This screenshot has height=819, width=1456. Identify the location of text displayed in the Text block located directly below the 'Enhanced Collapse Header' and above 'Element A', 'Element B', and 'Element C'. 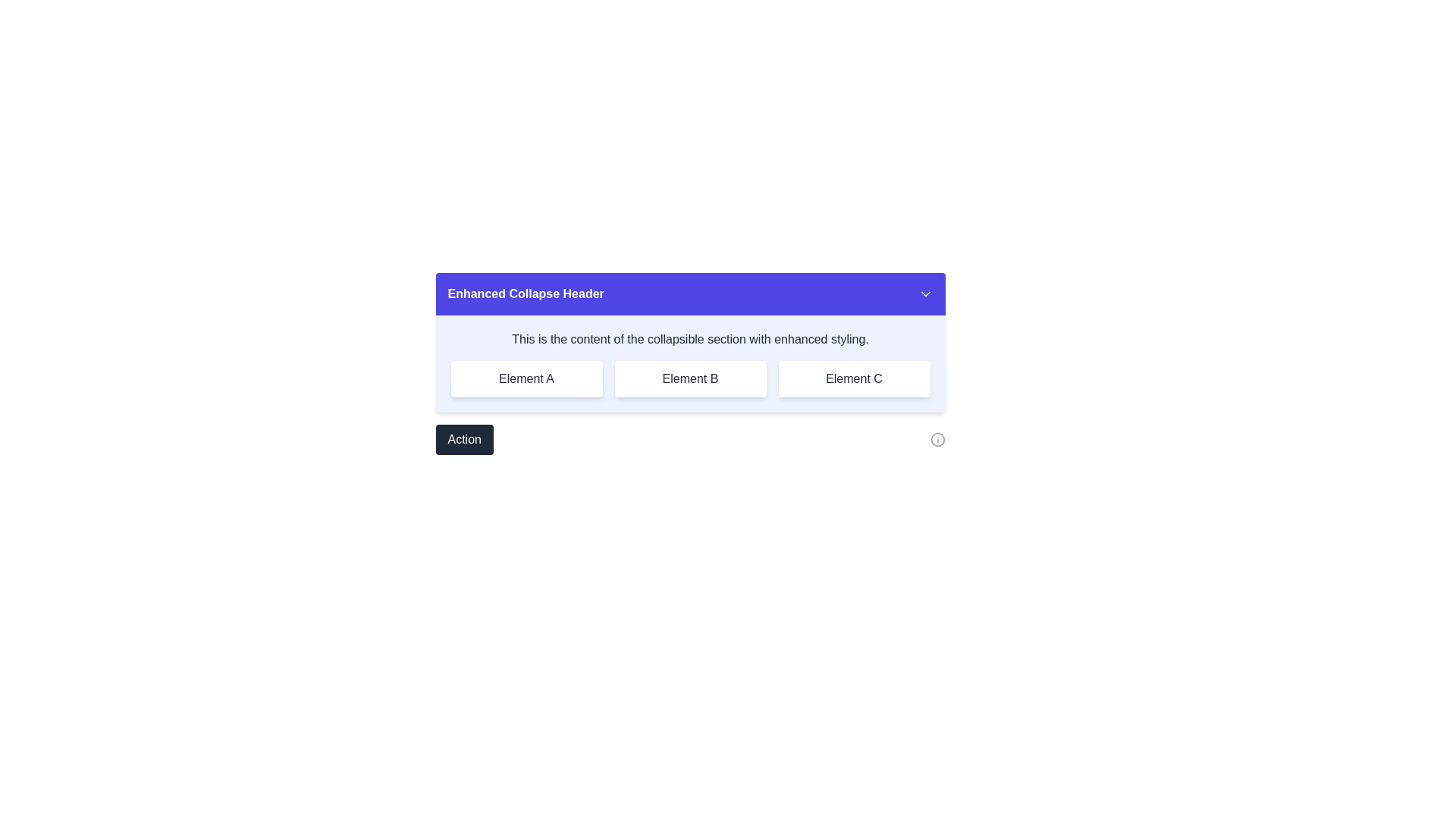
(689, 338).